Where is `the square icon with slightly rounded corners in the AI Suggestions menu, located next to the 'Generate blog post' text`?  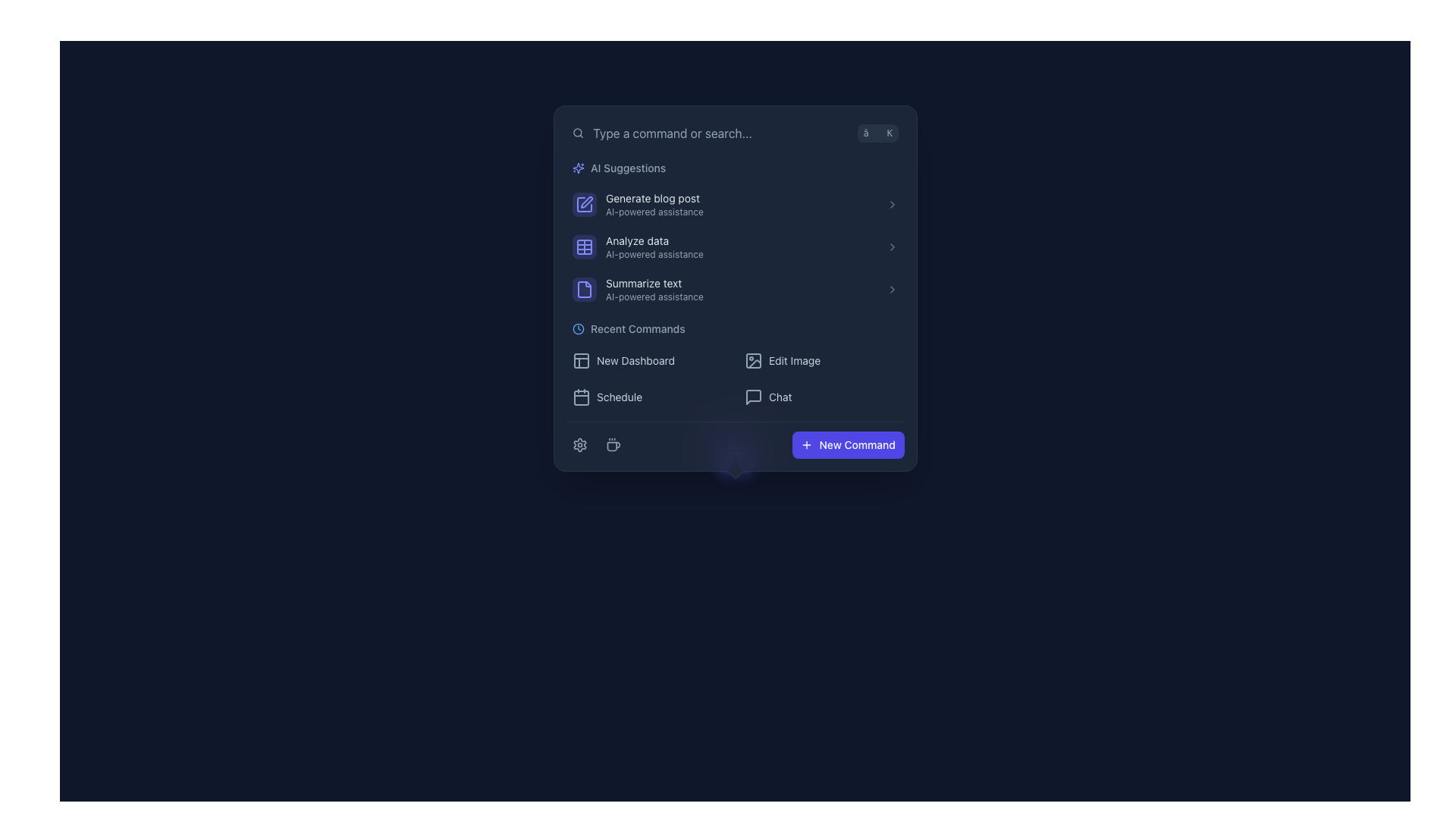 the square icon with slightly rounded corners in the AI Suggestions menu, located next to the 'Generate blog post' text is located at coordinates (583, 205).